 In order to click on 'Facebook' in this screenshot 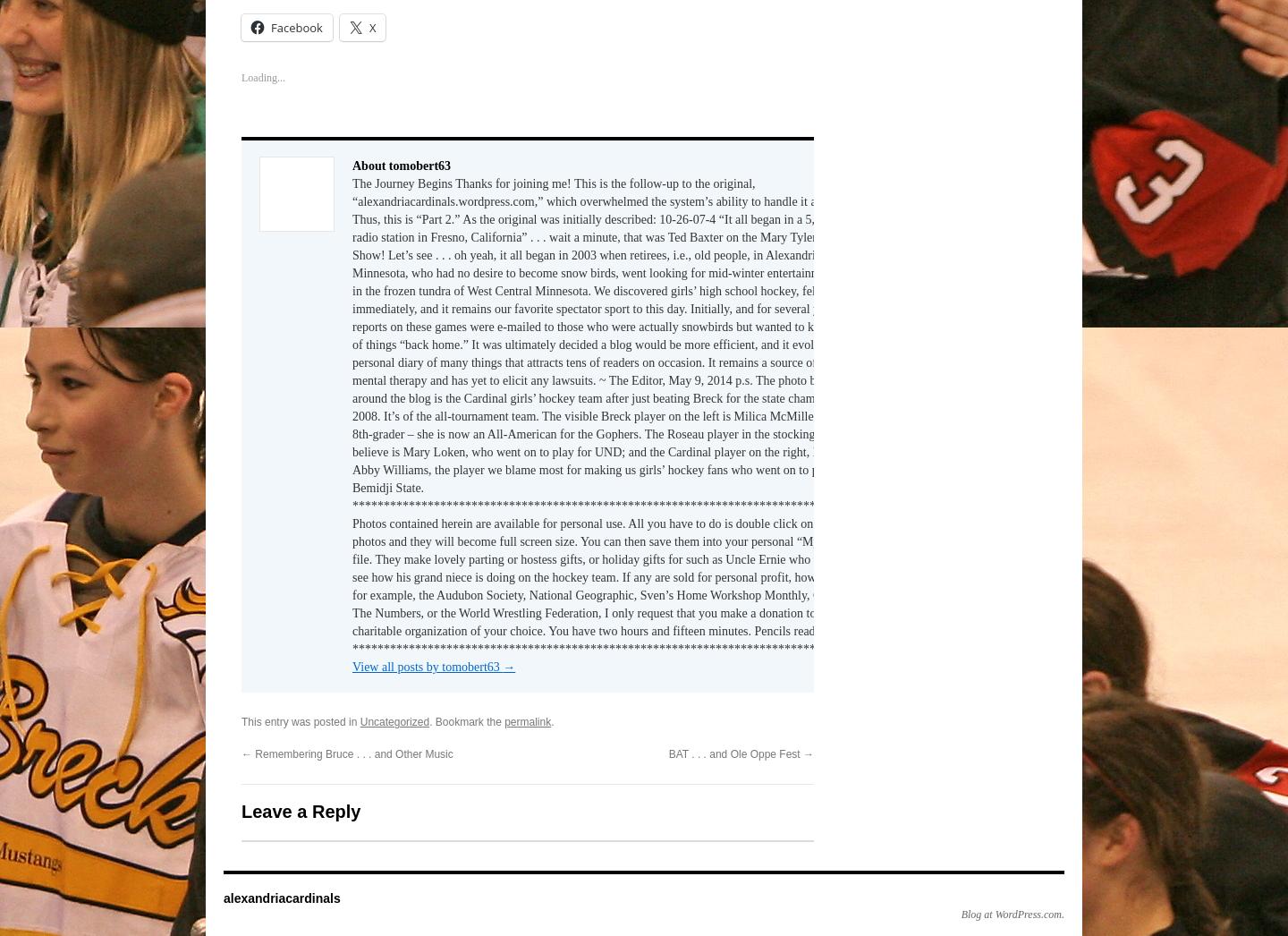, I will do `click(296, 26)`.